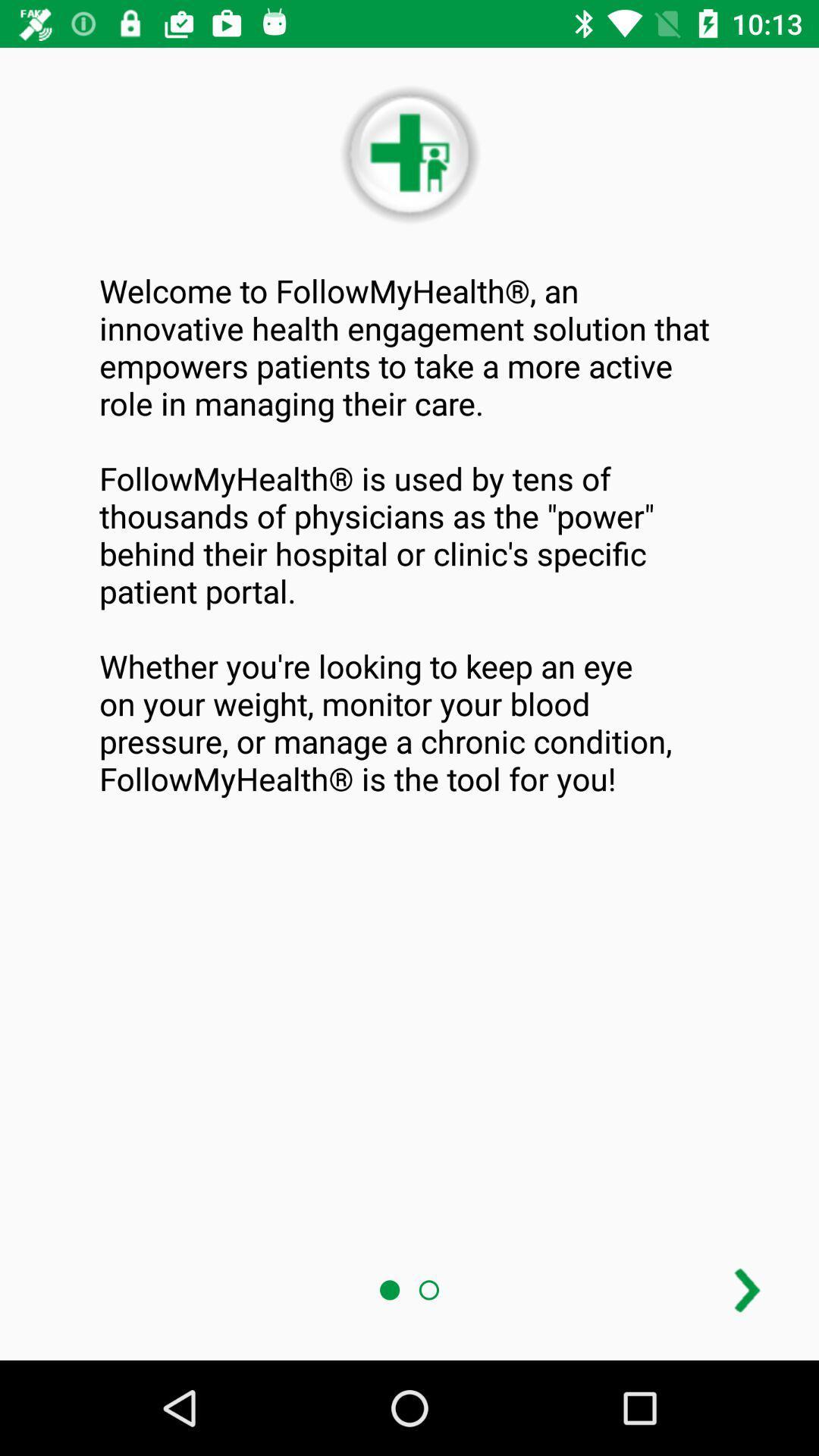 Image resolution: width=819 pixels, height=1456 pixels. What do you see at coordinates (746, 1289) in the screenshot?
I see `advance page` at bounding box center [746, 1289].